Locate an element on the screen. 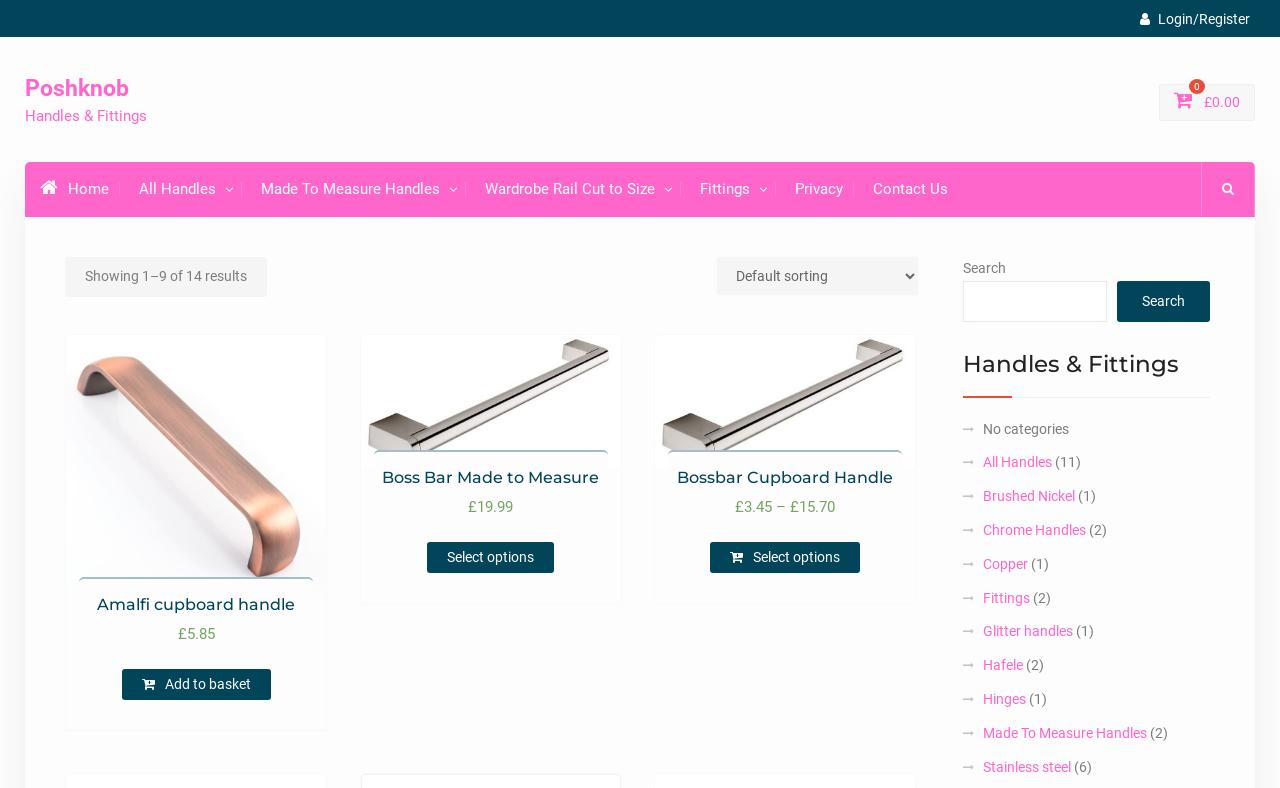 This screenshot has height=788, width=1280. '11' is located at coordinates (1066, 461).